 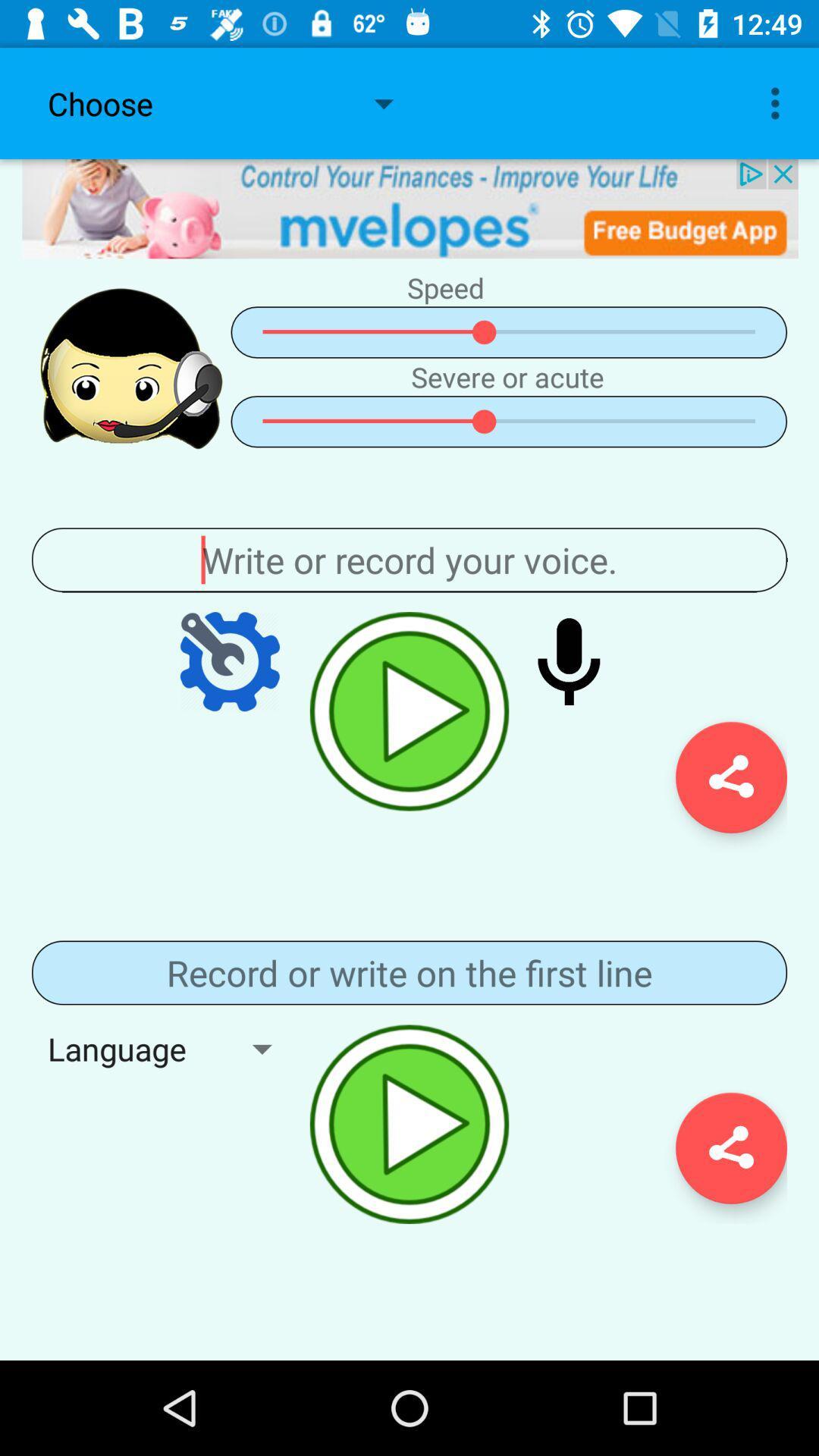 I want to click on record audio, so click(x=569, y=661).